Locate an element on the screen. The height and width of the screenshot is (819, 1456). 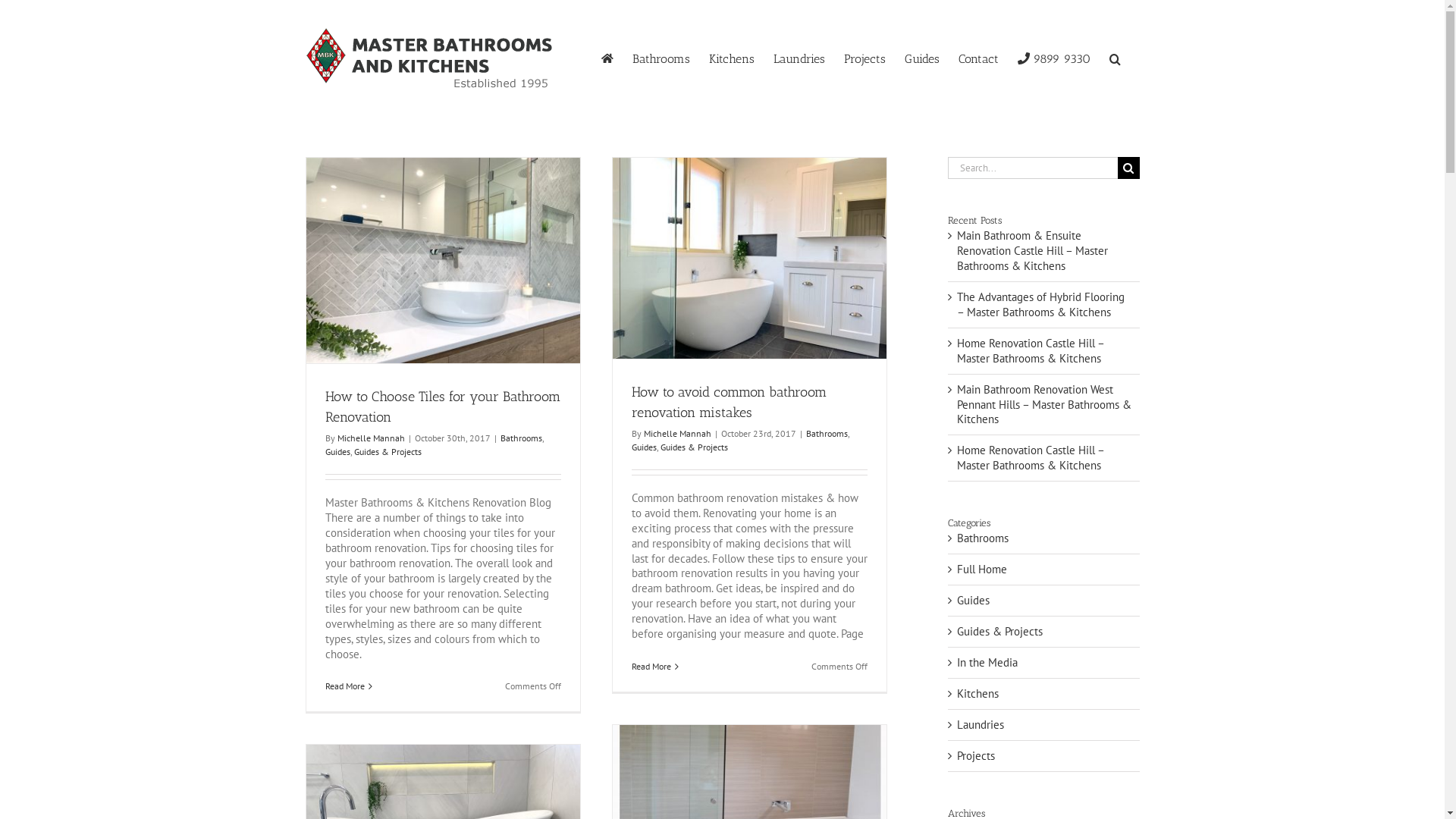
'Projects' is located at coordinates (864, 57).